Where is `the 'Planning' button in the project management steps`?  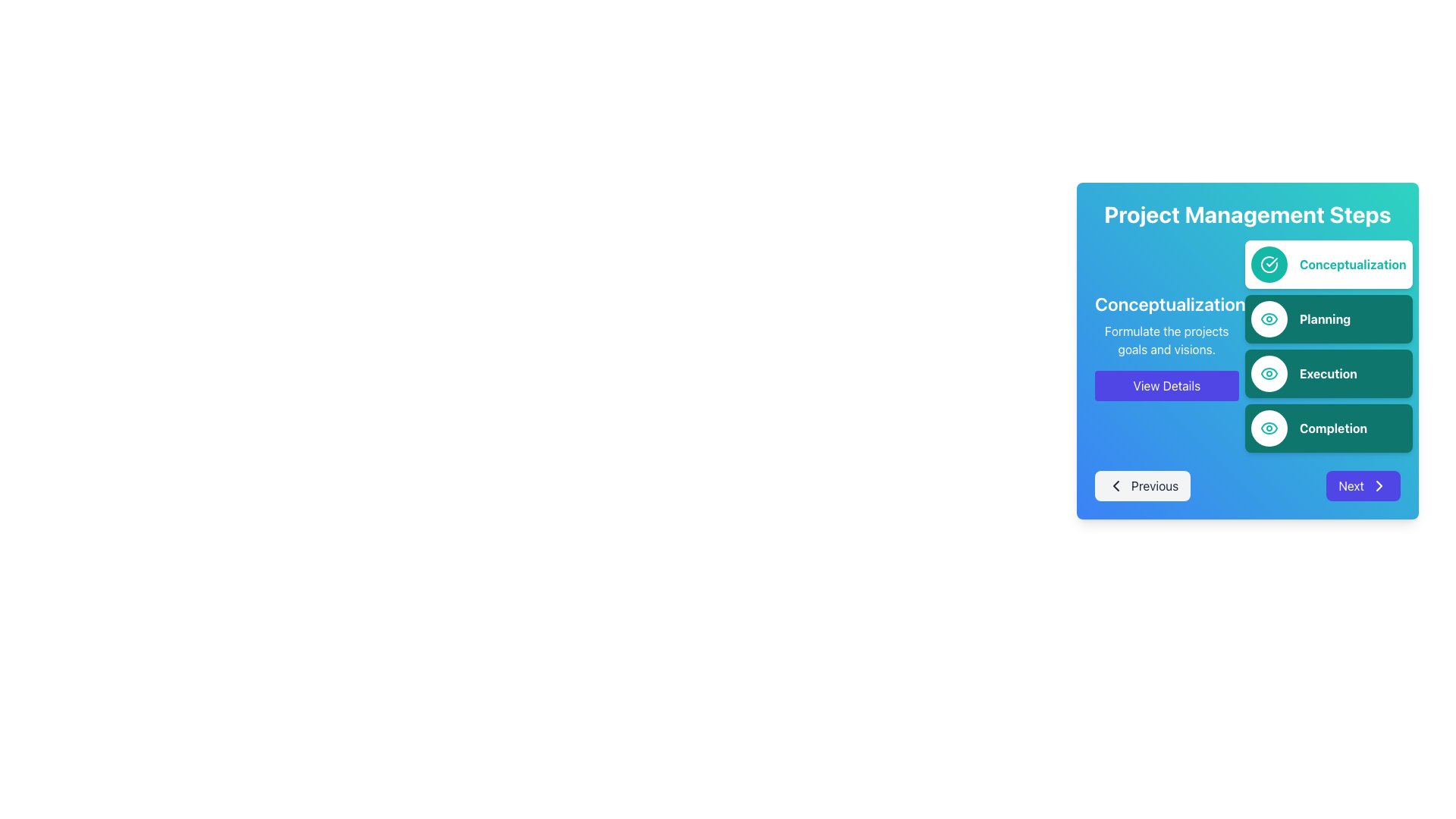
the 'Planning' button in the project management steps is located at coordinates (1328, 318).